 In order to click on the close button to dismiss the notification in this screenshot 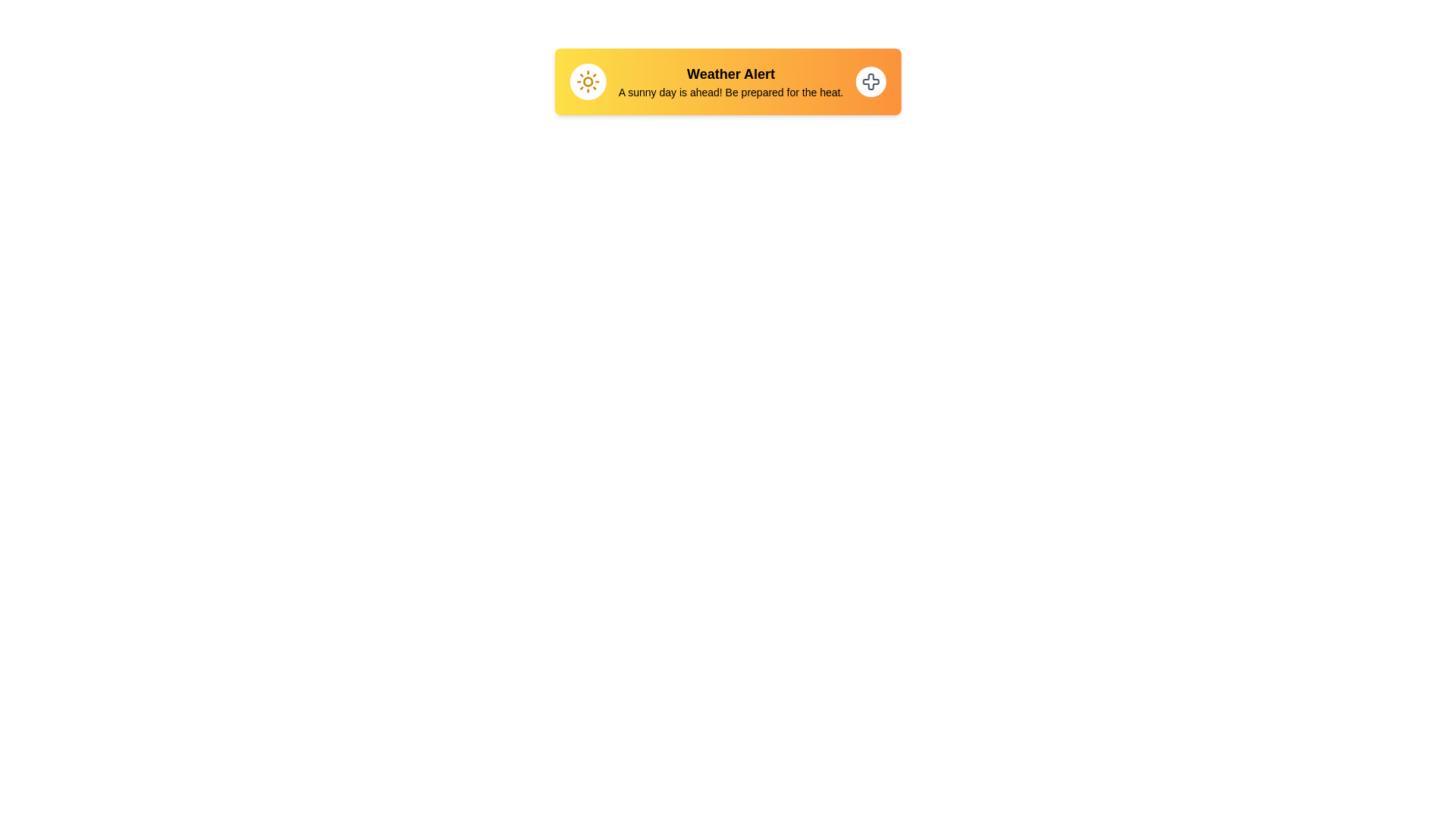, I will do `click(871, 82)`.